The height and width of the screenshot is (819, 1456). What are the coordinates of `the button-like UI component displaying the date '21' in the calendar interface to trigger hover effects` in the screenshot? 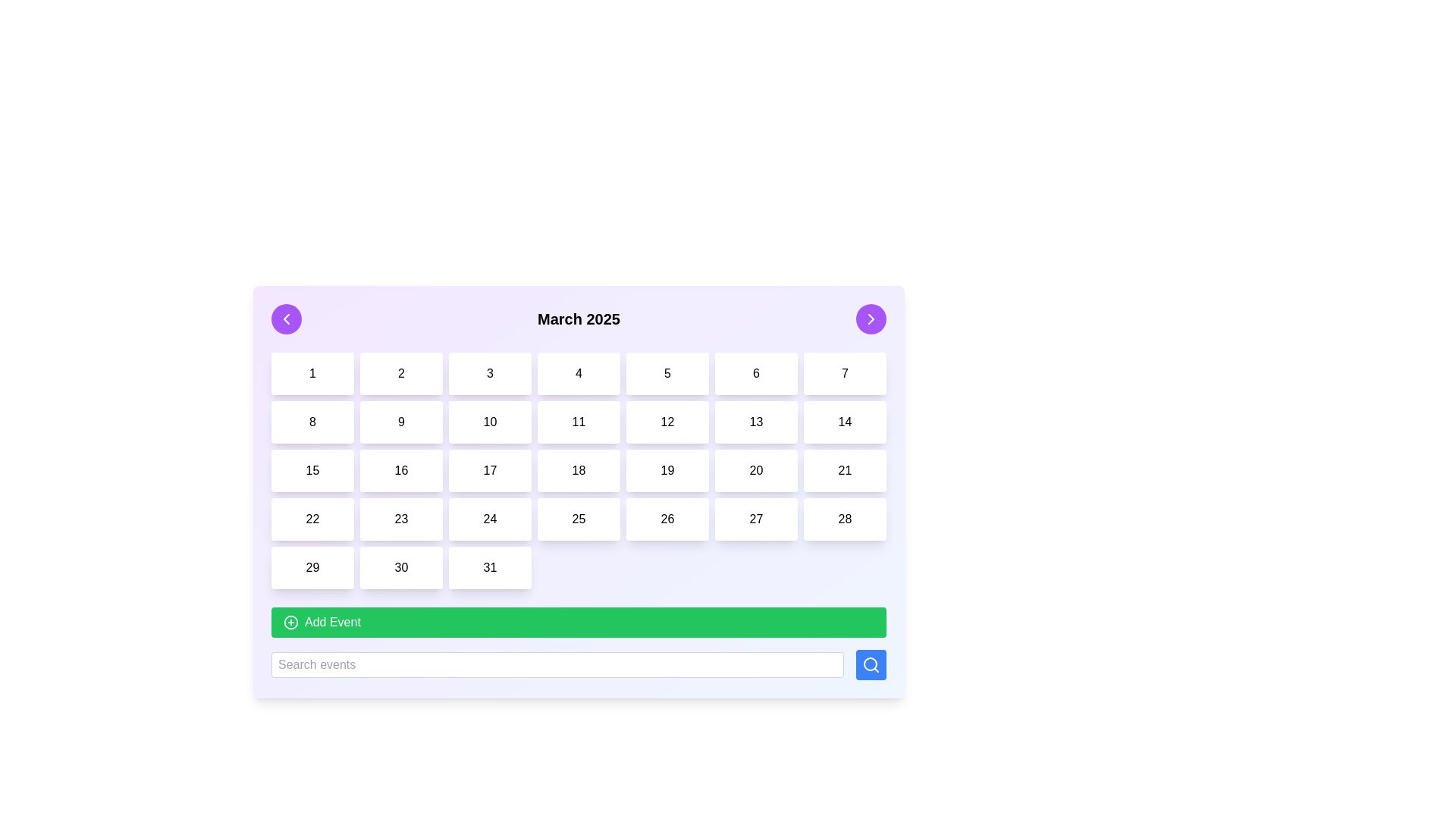 It's located at (844, 470).